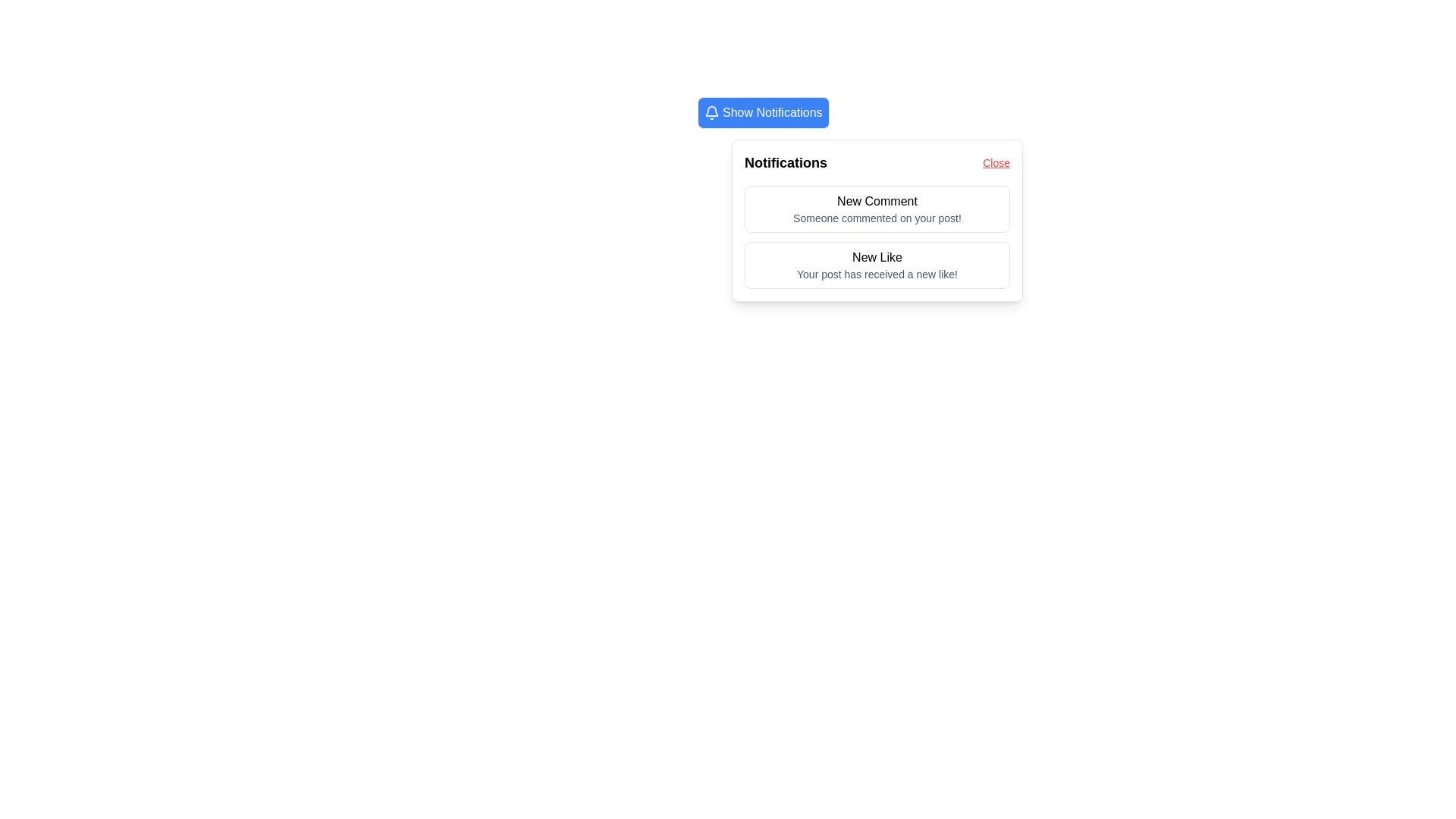  Describe the element at coordinates (877, 256) in the screenshot. I see `the 'New Like' text label, which is bold, medium-sized, black text centered in the notification card, located below the 'New Comment' notification` at that location.